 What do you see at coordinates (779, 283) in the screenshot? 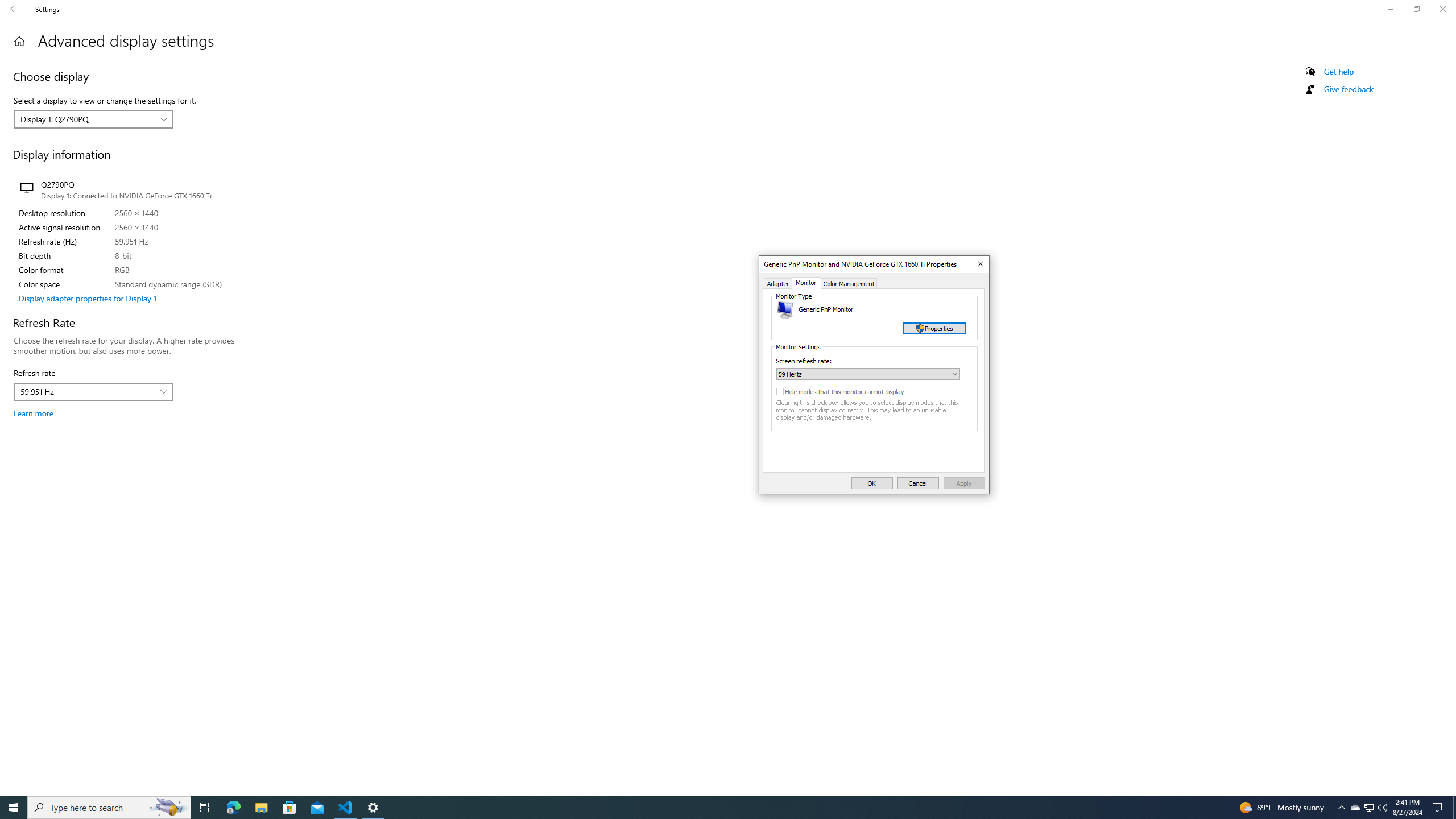
I see `'Adapter'` at bounding box center [779, 283].